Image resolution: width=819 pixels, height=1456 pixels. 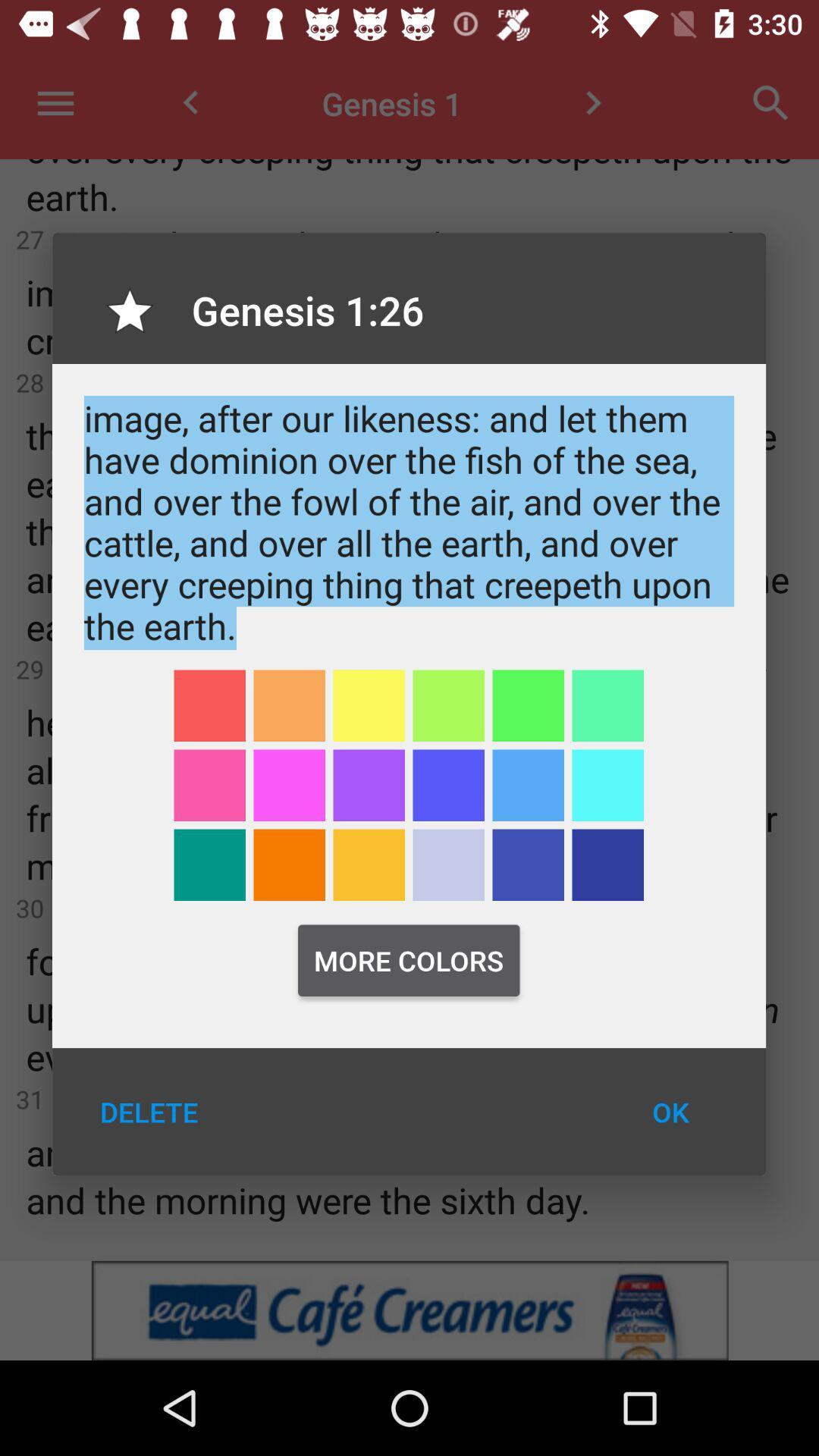 I want to click on choose color yellow, so click(x=369, y=864).